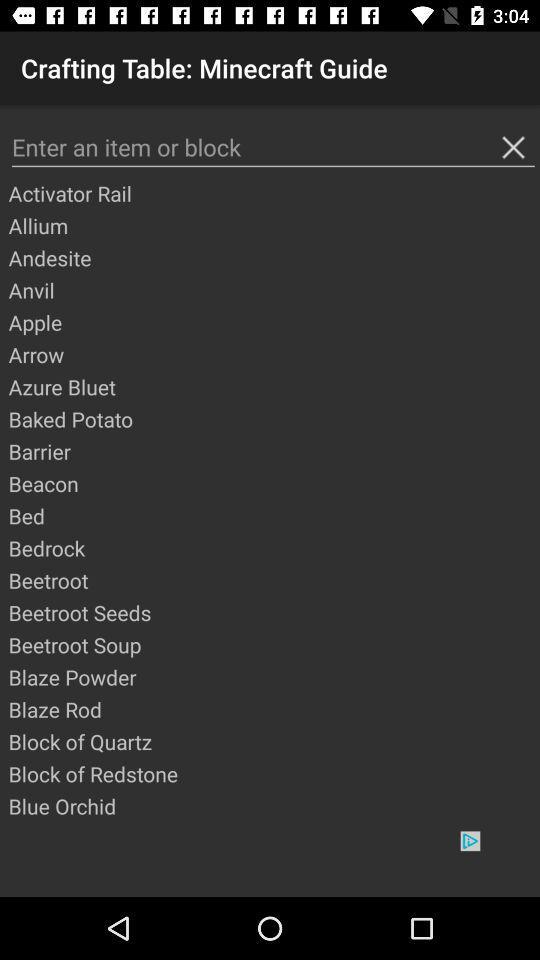 This screenshot has height=960, width=540. What do you see at coordinates (272, 482) in the screenshot?
I see `app below barrier icon` at bounding box center [272, 482].